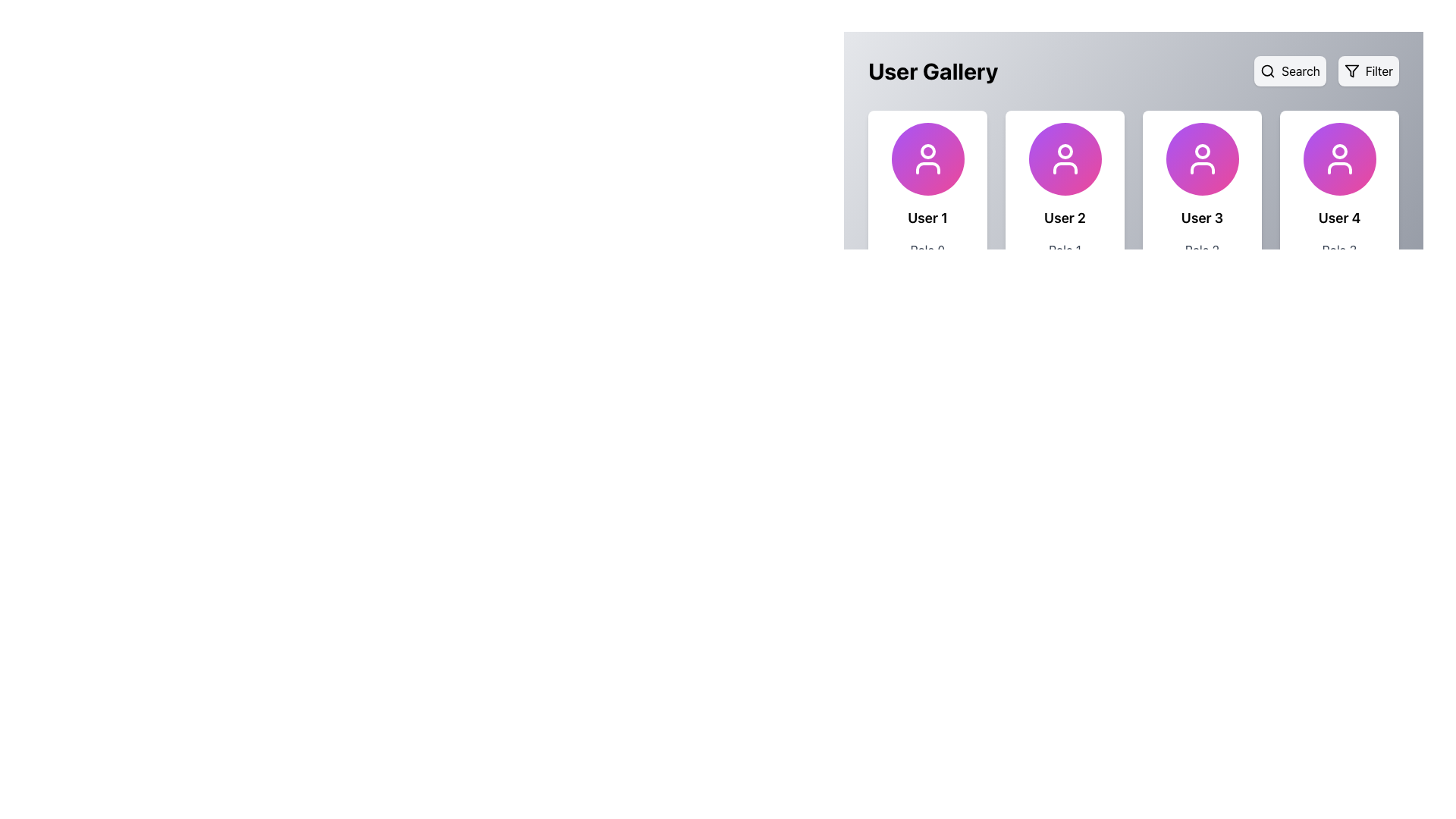 The height and width of the screenshot is (819, 1456). What do you see at coordinates (1201, 249) in the screenshot?
I see `the text label displaying 'Role 2' located below the 'User 3' heading and above the 'View Profile' button in the user gallery tile` at bounding box center [1201, 249].